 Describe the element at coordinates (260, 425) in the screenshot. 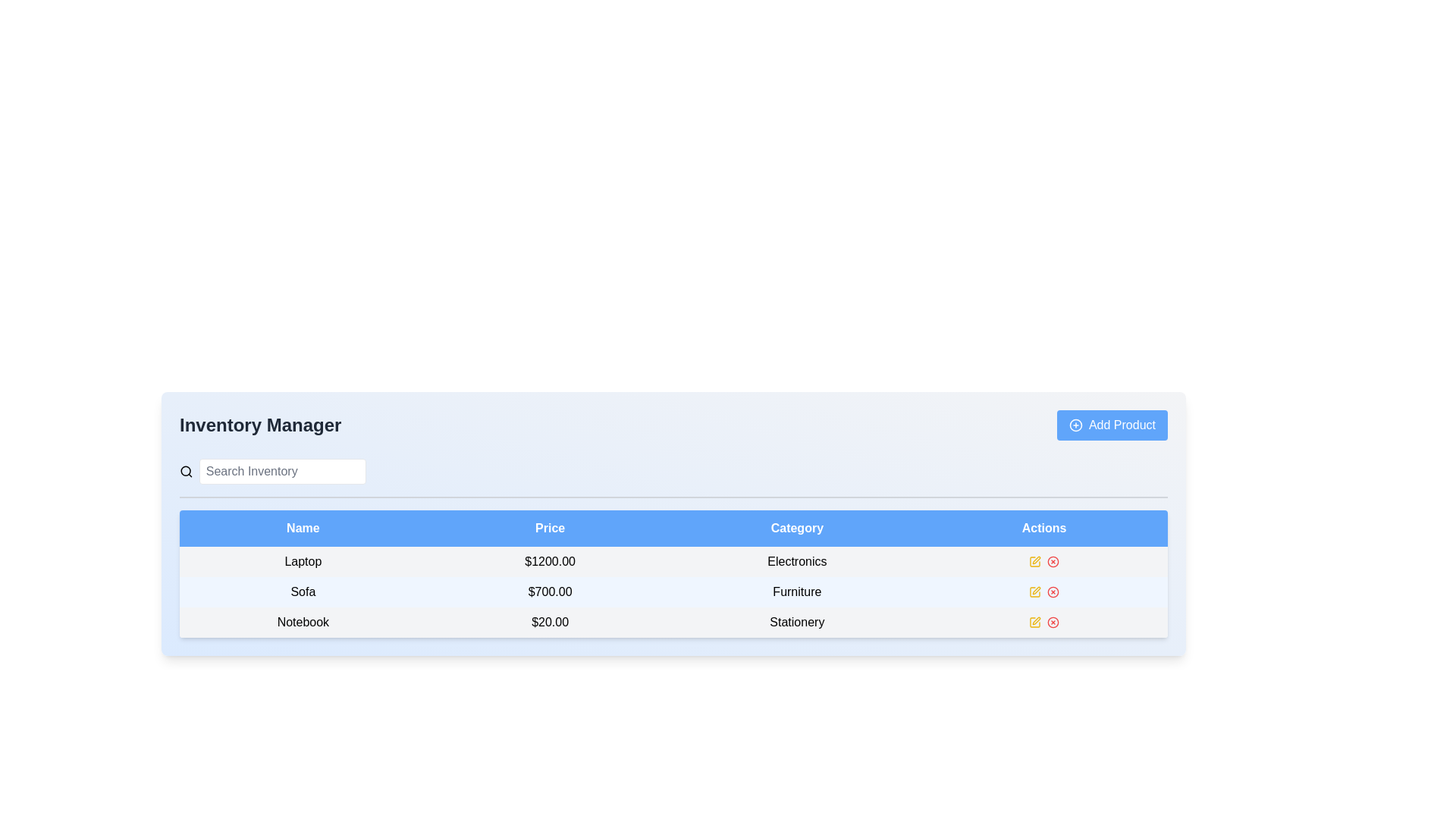

I see `the 'Inventory Manager' text label, which features bold, large-sized dark gray text, positioned on the left-hand side of the header section` at that location.